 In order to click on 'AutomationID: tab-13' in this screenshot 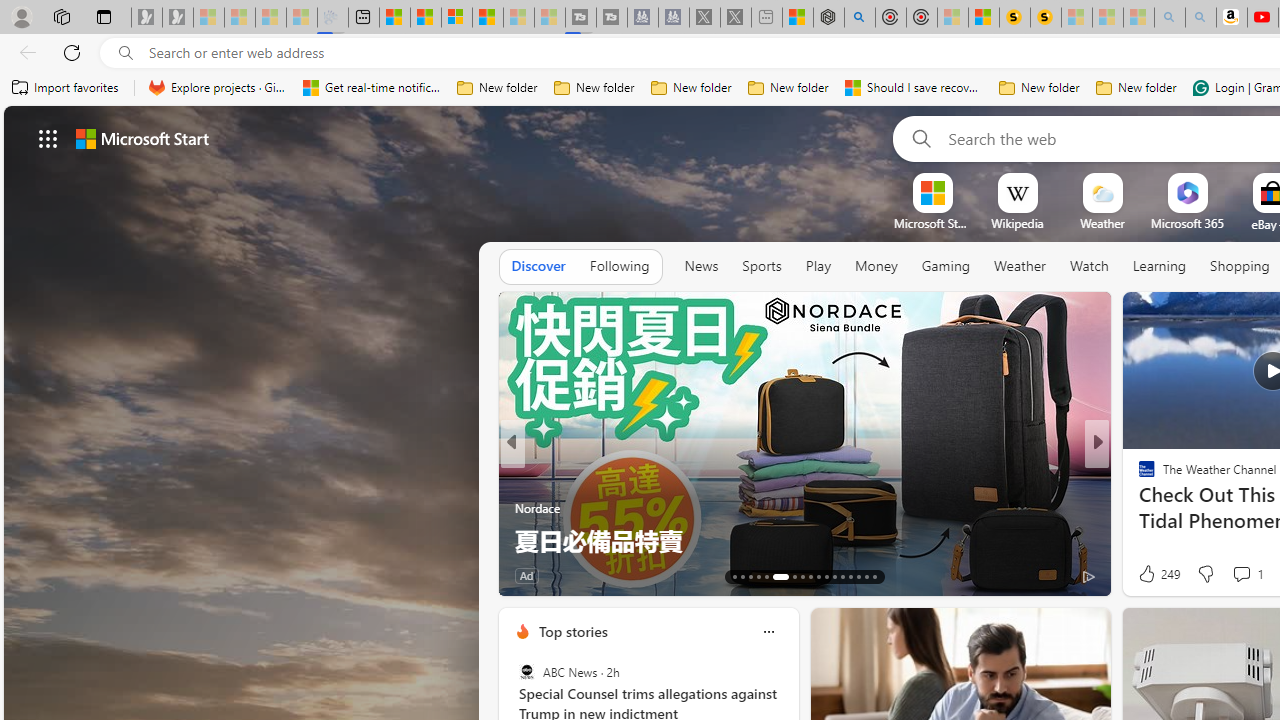, I will do `click(733, 577)`.